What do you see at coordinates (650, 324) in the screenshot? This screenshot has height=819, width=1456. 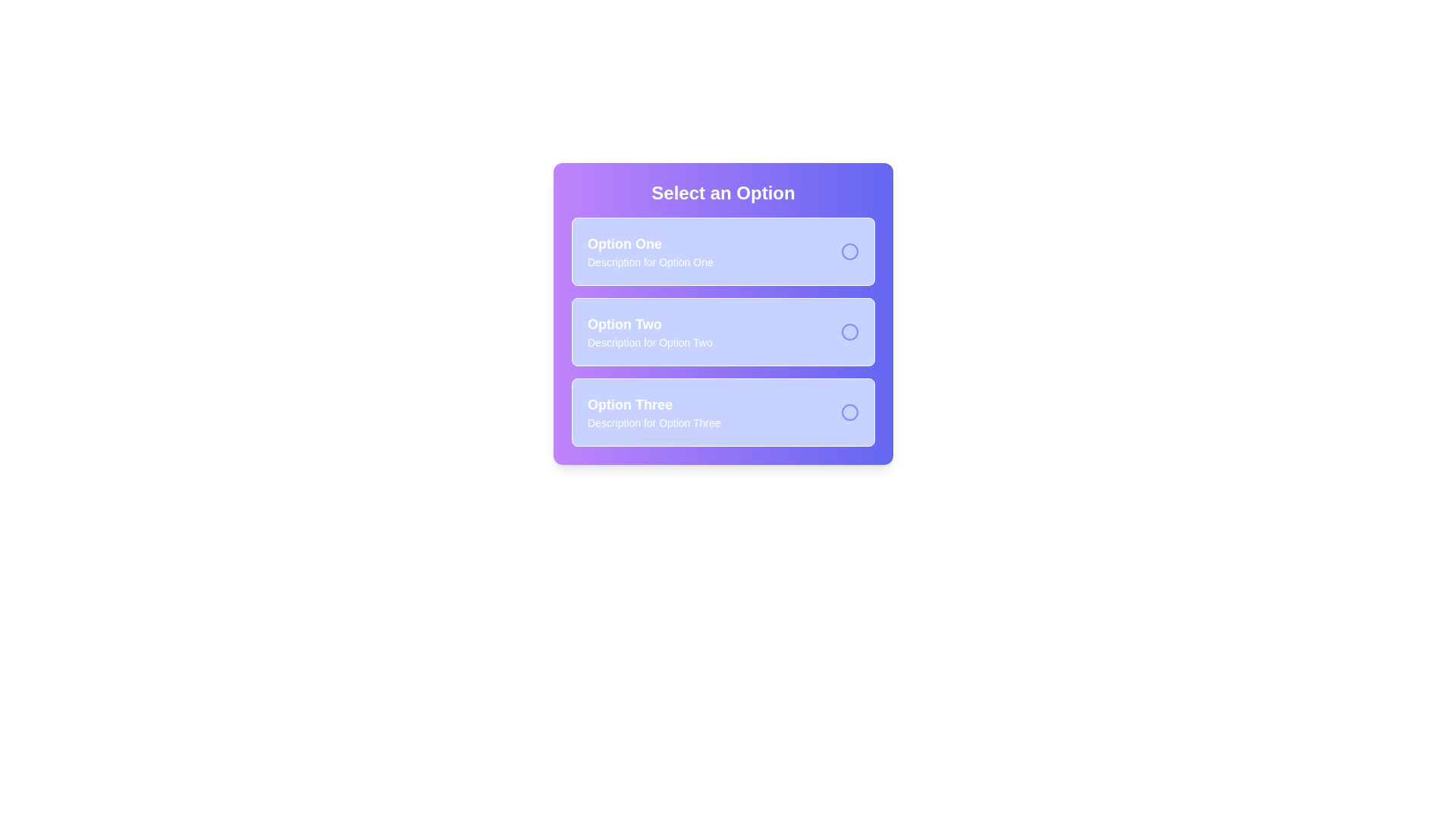 I see `the bold and large-sized text label that reads 'Option Two', which is part of a selection interface in the second entry of a vertically aligned list` at bounding box center [650, 324].